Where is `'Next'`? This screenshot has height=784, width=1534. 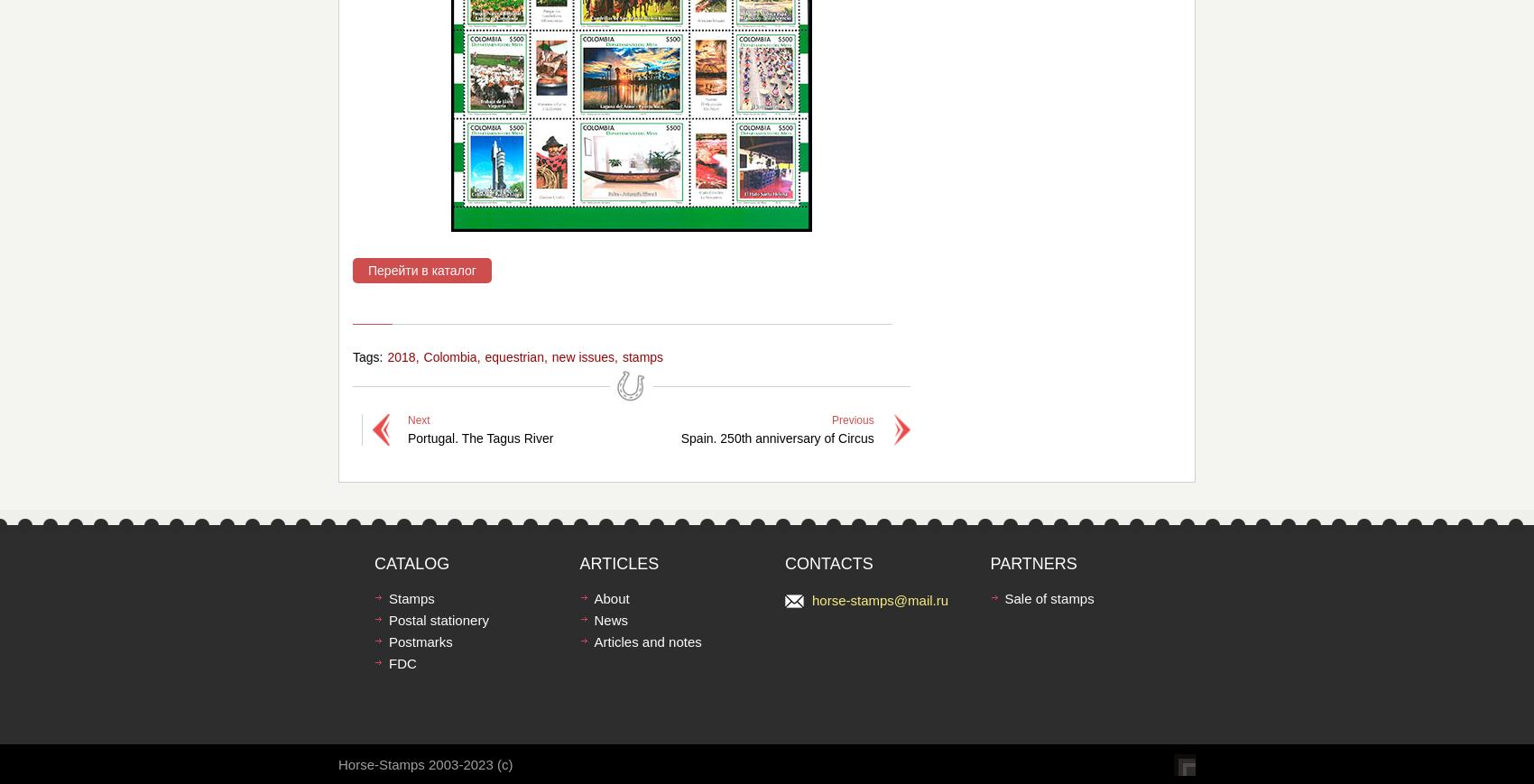
'Next' is located at coordinates (418, 420).